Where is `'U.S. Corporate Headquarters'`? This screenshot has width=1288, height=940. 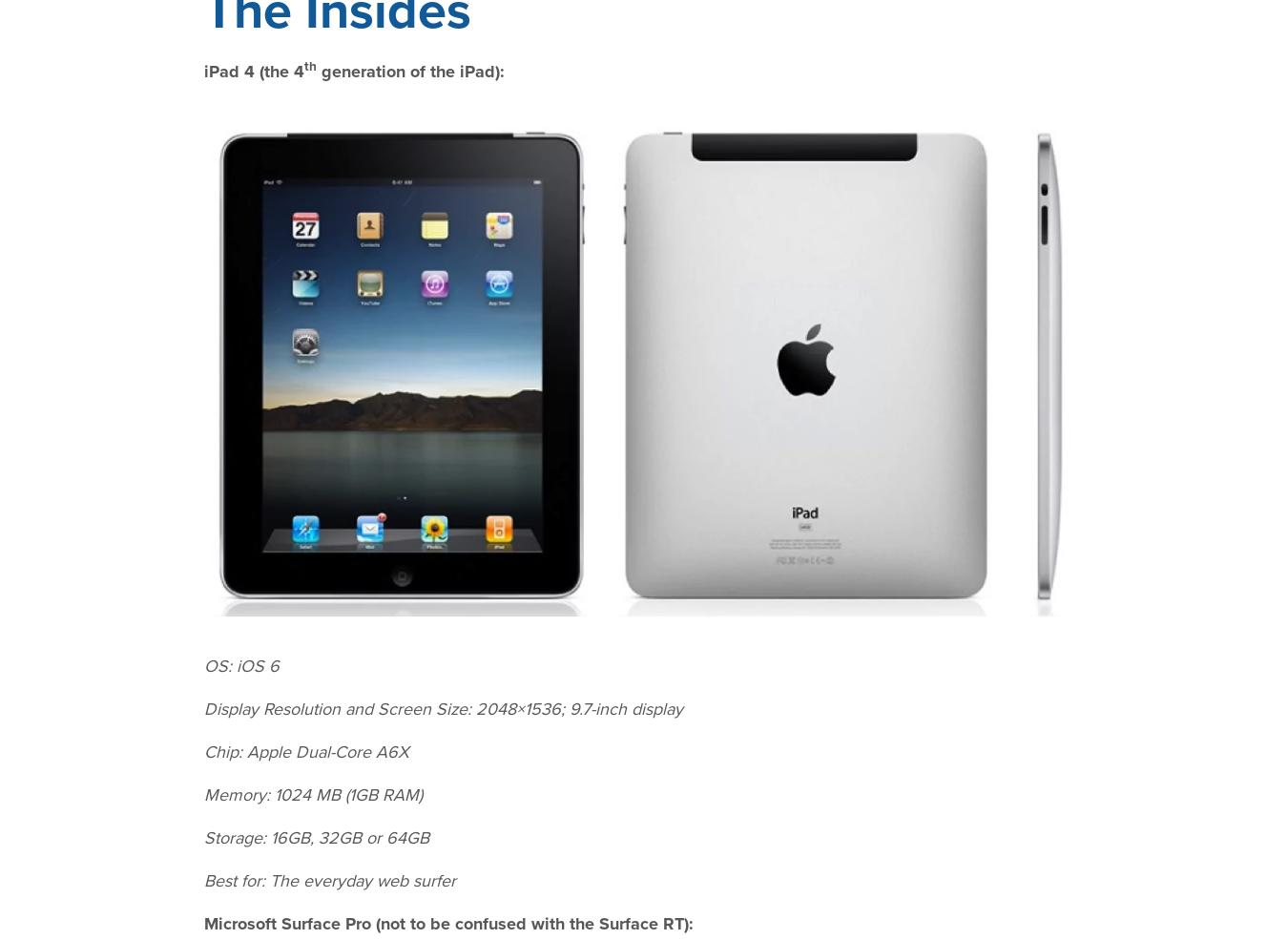 'U.S. Corporate Headquarters' is located at coordinates (995, 753).